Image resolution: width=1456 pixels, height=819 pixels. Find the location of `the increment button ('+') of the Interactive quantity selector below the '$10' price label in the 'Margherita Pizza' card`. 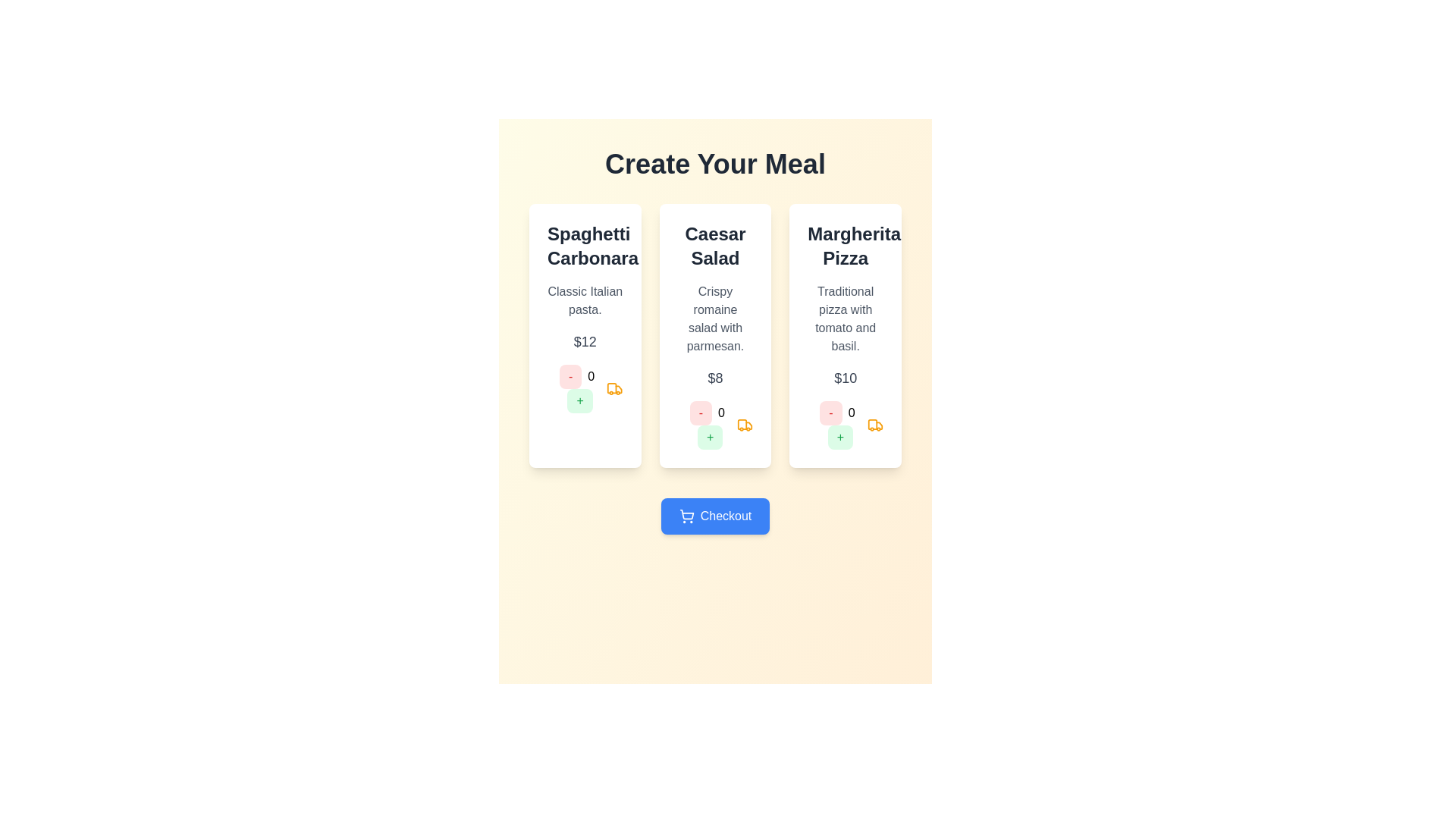

the increment button ('+') of the Interactive quantity selector below the '$10' price label in the 'Margherita Pizza' card is located at coordinates (845, 425).